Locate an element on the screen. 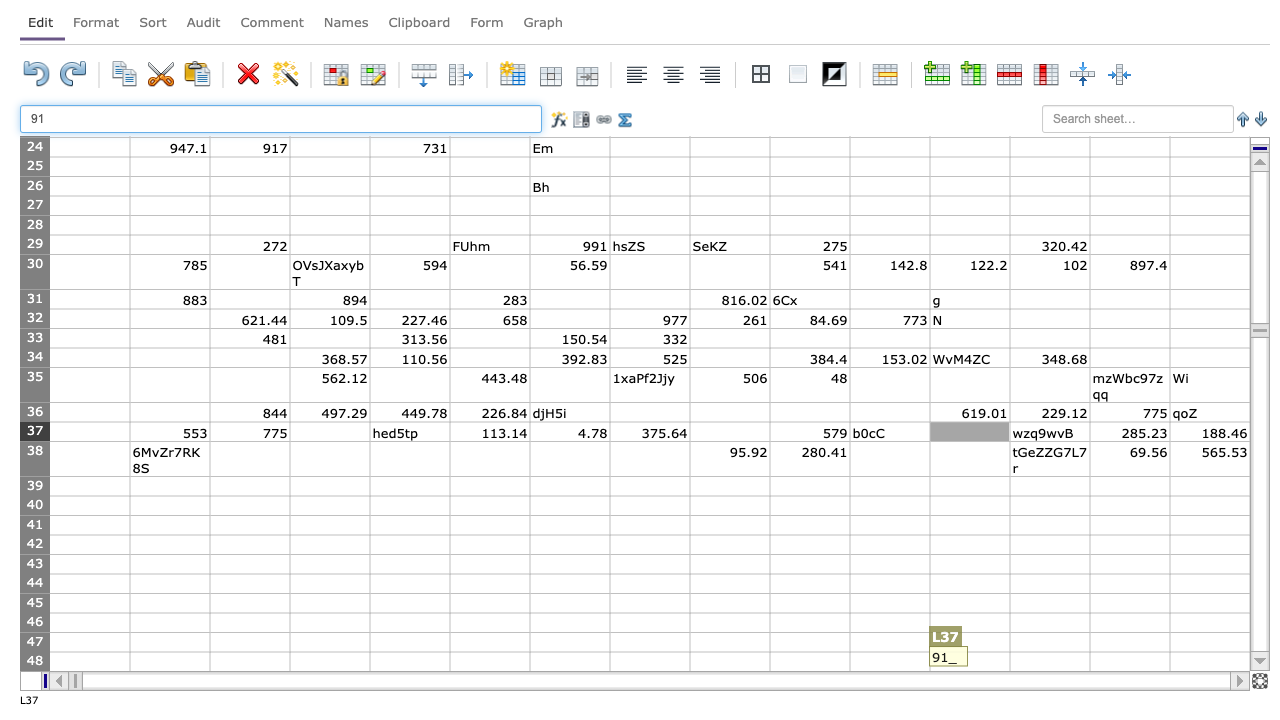 This screenshot has width=1280, height=720. left border at column N row 48 is located at coordinates (1089, 661).